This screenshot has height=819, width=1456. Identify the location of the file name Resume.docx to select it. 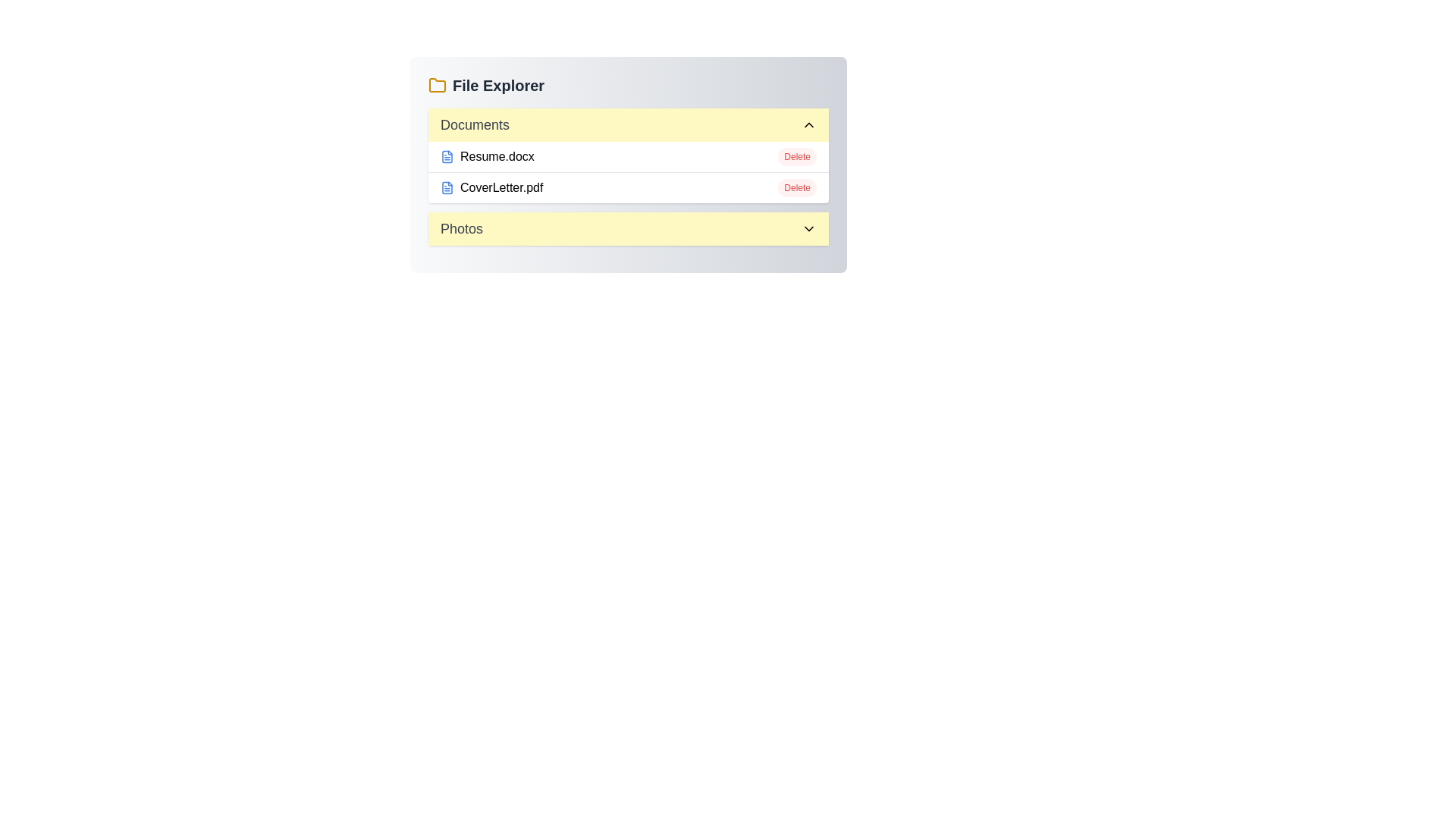
(487, 157).